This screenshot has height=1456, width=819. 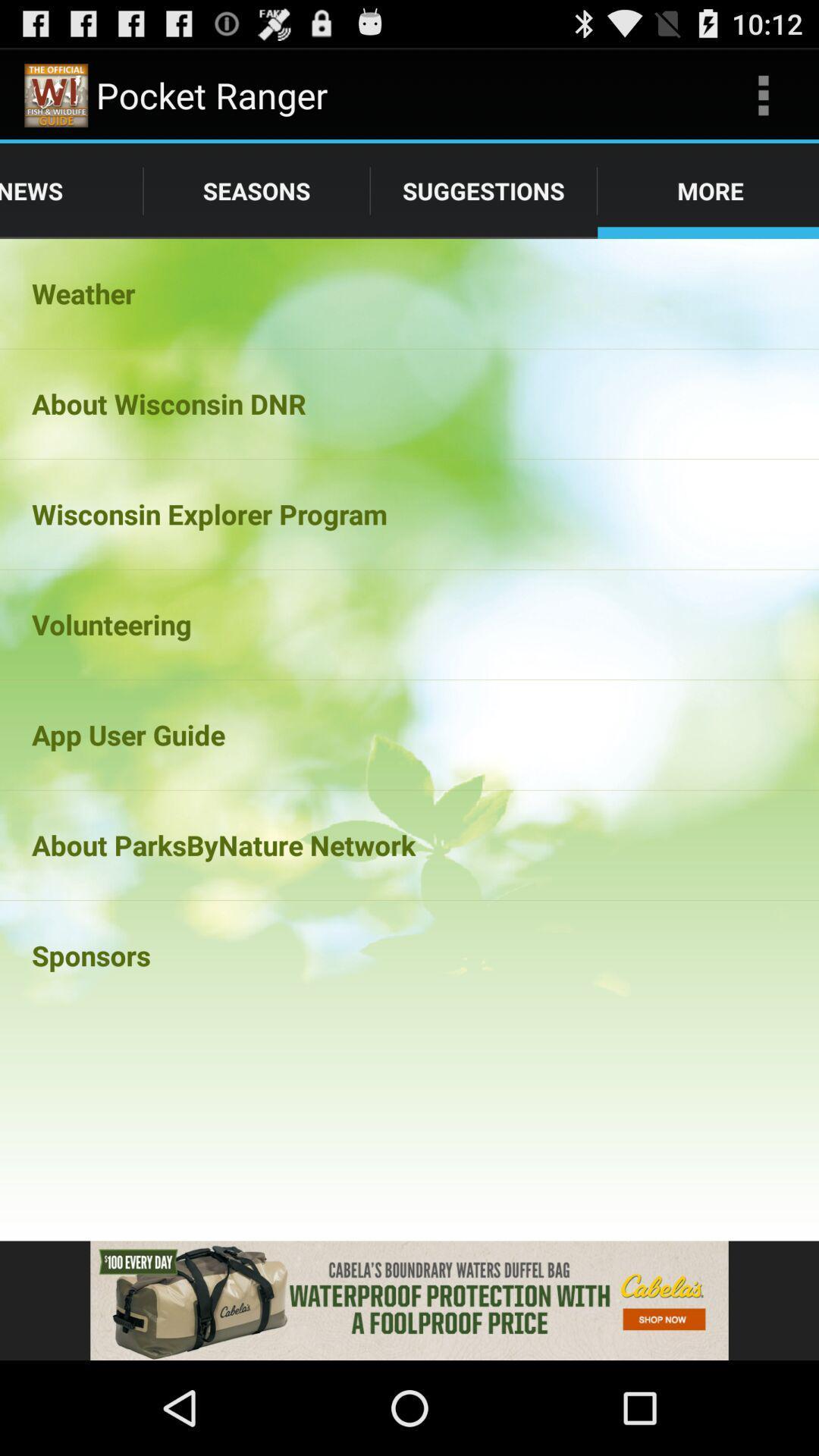 I want to click on advert pop up, so click(x=409, y=1300).